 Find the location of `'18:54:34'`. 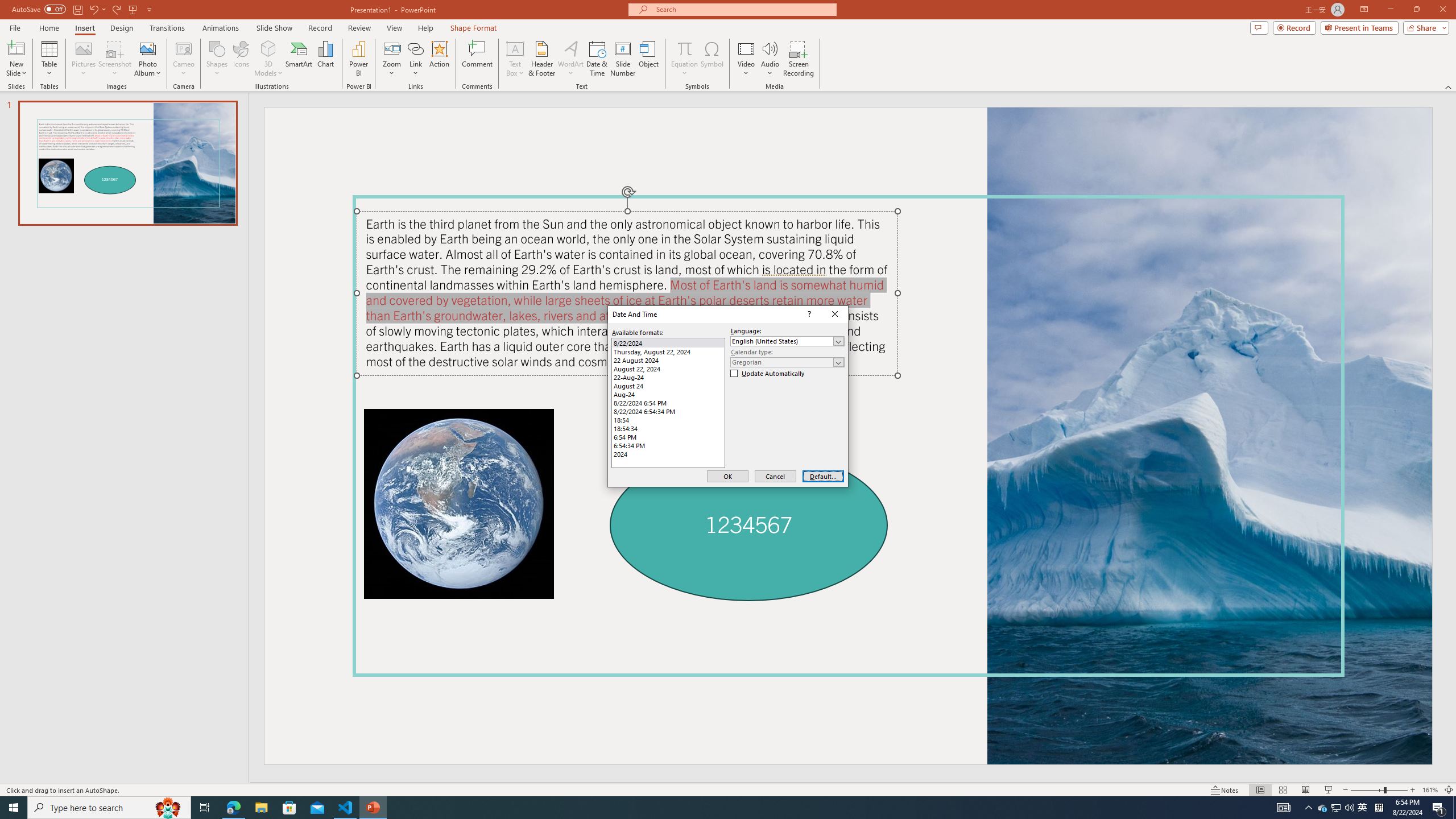

'18:54:34' is located at coordinates (668, 428).